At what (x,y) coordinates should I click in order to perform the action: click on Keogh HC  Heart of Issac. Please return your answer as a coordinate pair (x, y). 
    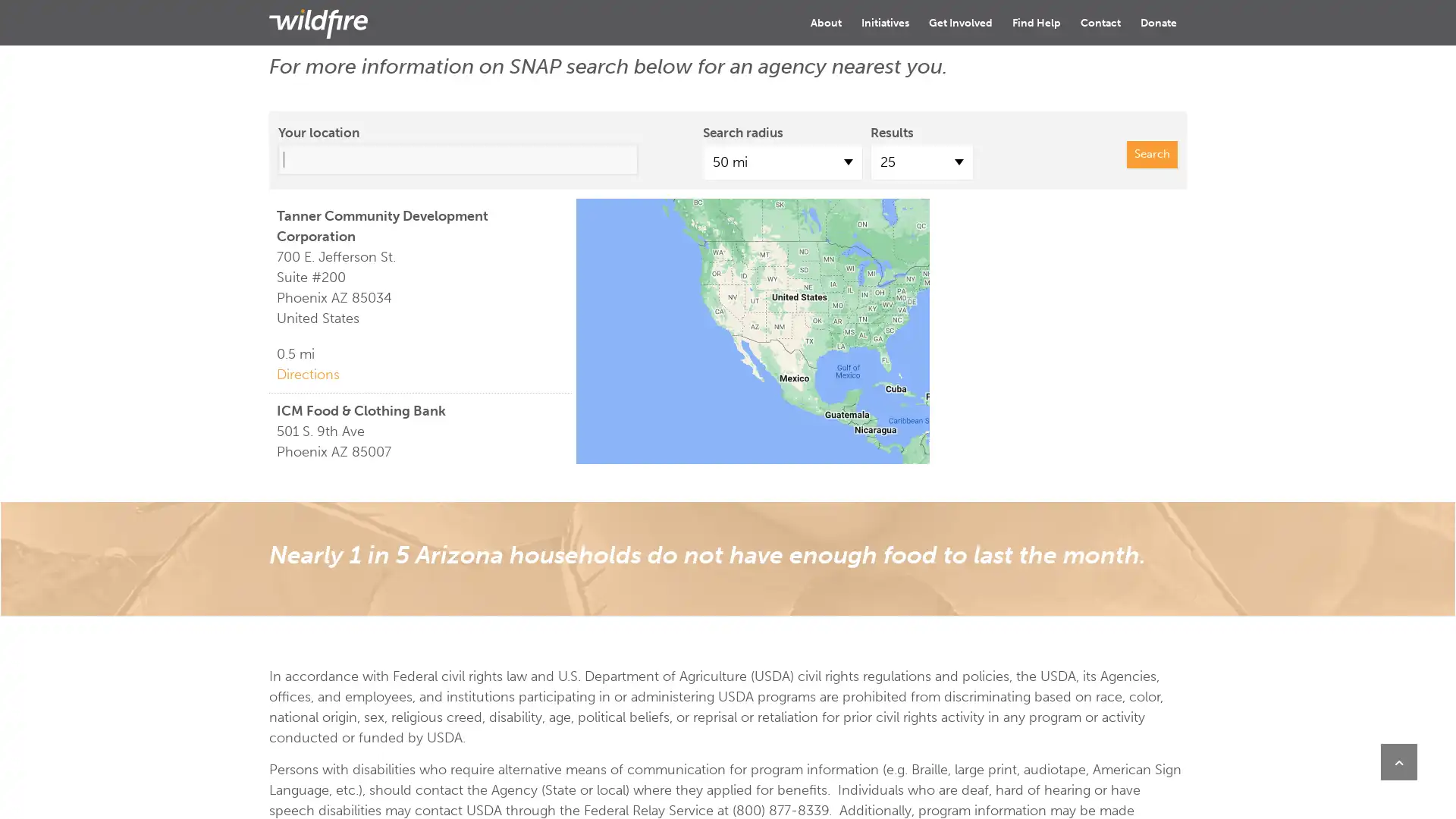
    Looking at the image, I should click on (844, 309).